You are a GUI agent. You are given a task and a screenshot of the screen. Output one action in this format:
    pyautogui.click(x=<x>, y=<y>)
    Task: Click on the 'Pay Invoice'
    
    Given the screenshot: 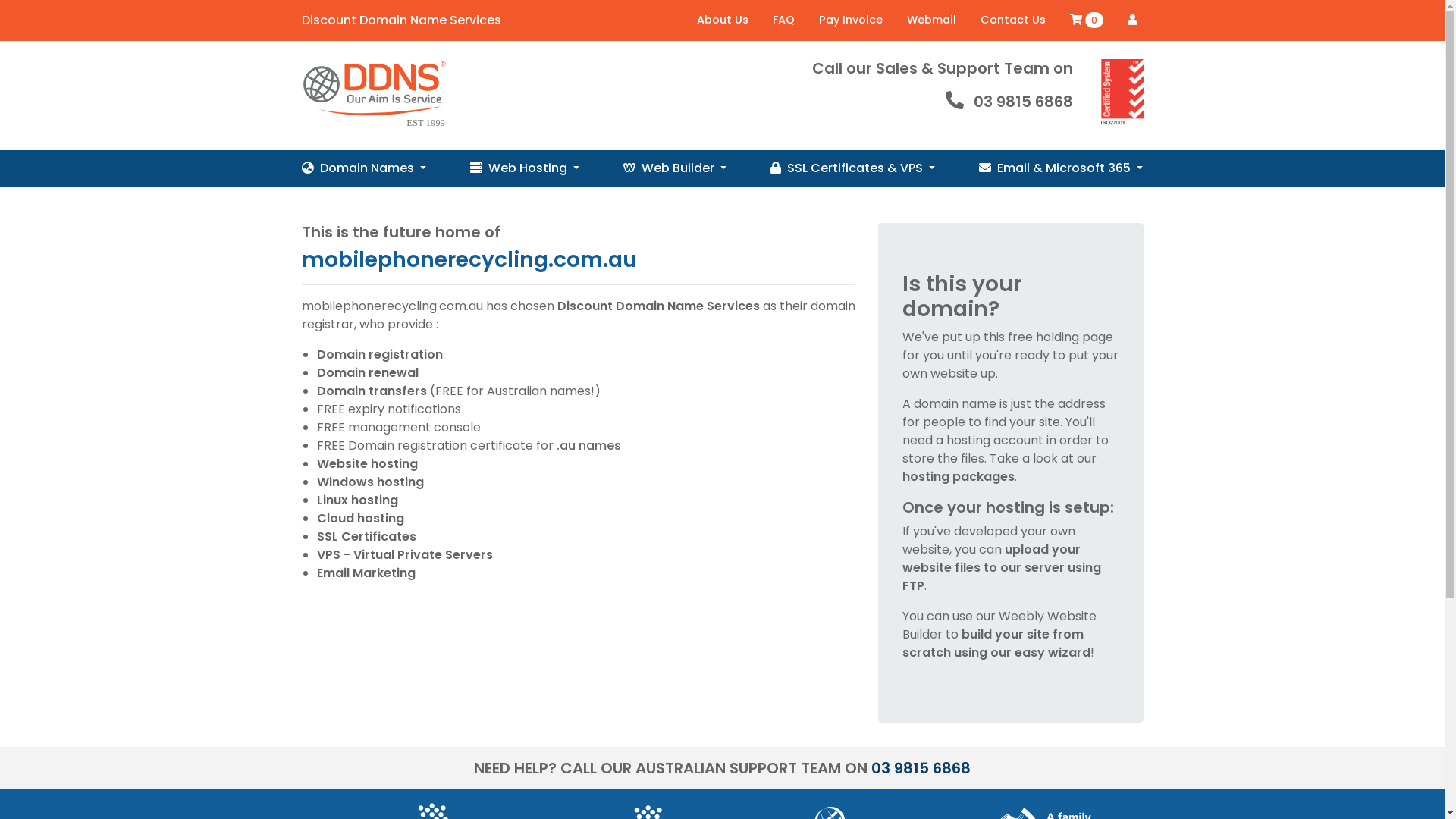 What is the action you would take?
    pyautogui.click(x=851, y=20)
    